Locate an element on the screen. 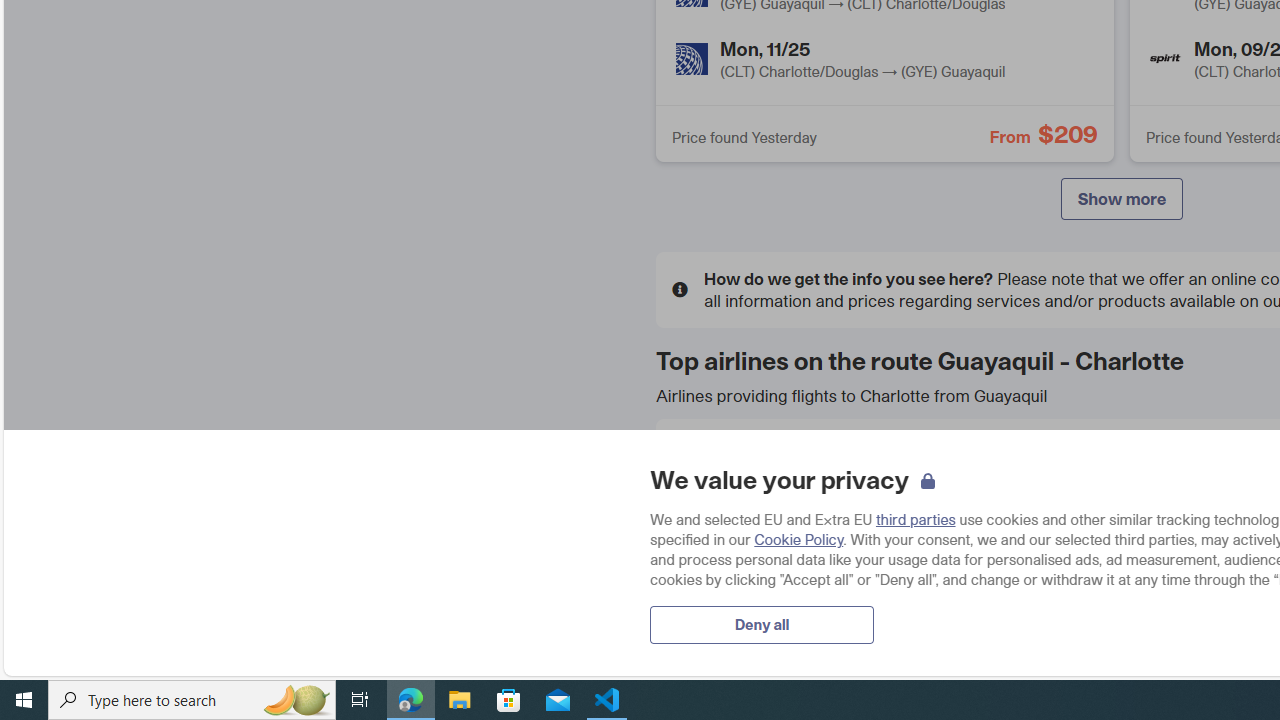 This screenshot has width=1280, height=720. 'Deny all' is located at coordinates (761, 623).